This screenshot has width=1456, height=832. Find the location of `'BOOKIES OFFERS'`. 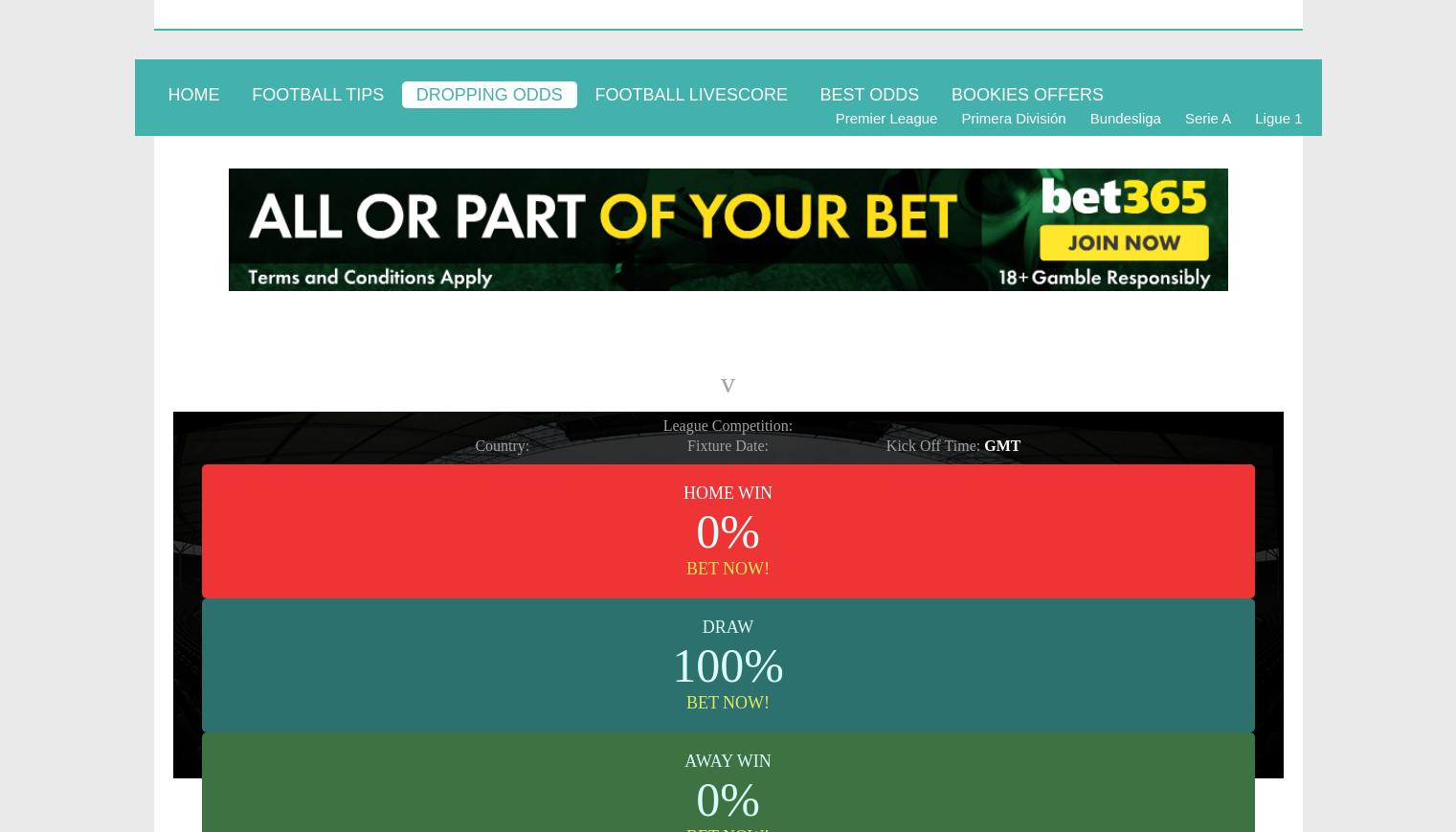

'BOOKIES OFFERS' is located at coordinates (951, 93).